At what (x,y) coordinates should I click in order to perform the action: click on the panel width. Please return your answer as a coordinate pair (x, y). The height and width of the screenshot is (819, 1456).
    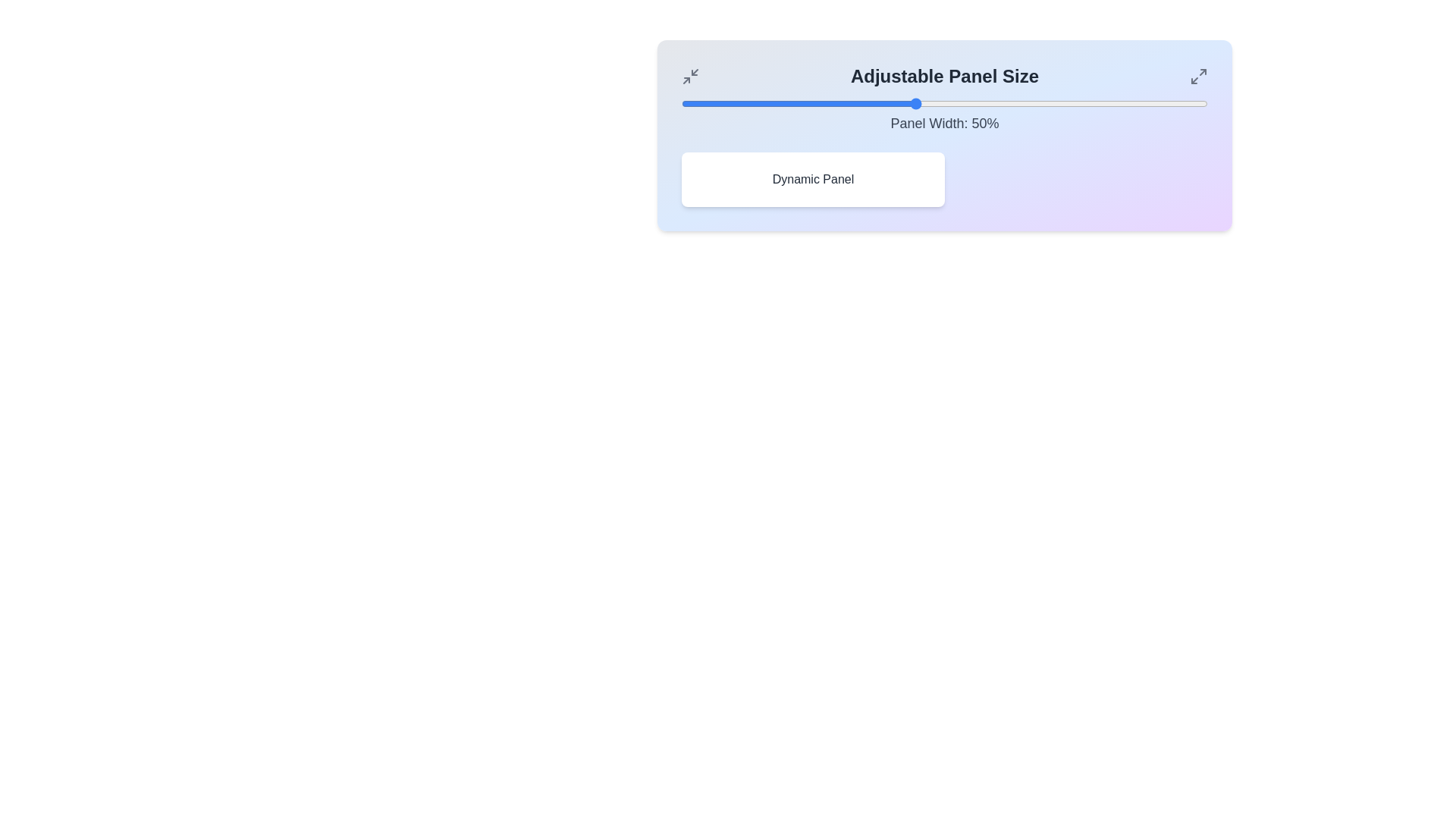
    Looking at the image, I should click on (857, 103).